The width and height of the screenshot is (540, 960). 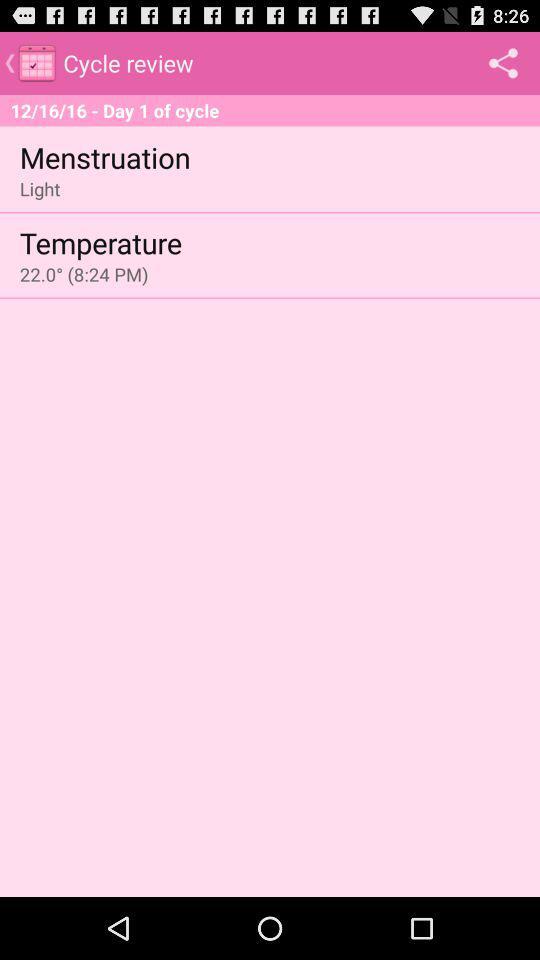 What do you see at coordinates (40, 188) in the screenshot?
I see `app above the temperature` at bounding box center [40, 188].